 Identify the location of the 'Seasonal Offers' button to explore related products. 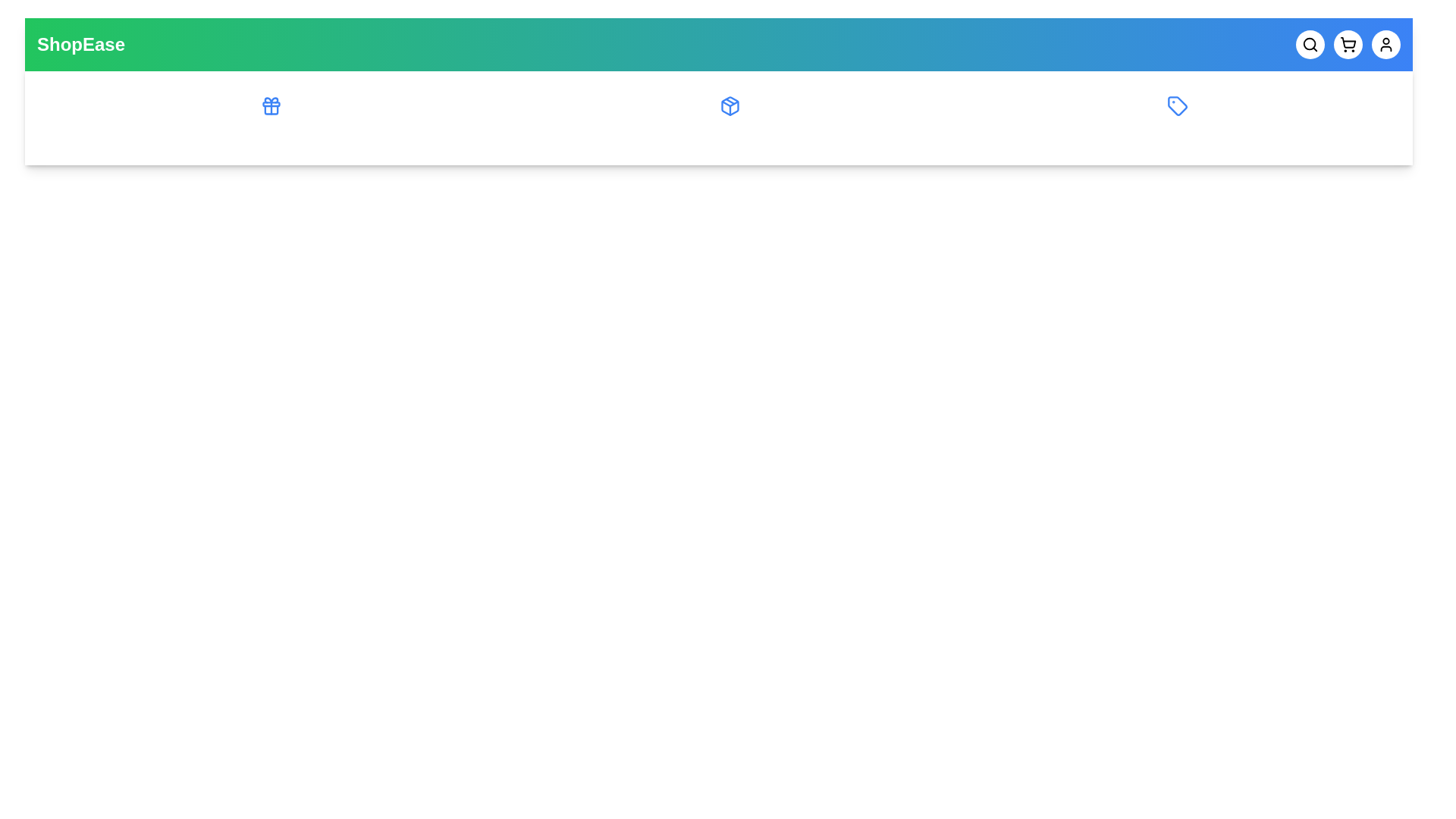
(270, 117).